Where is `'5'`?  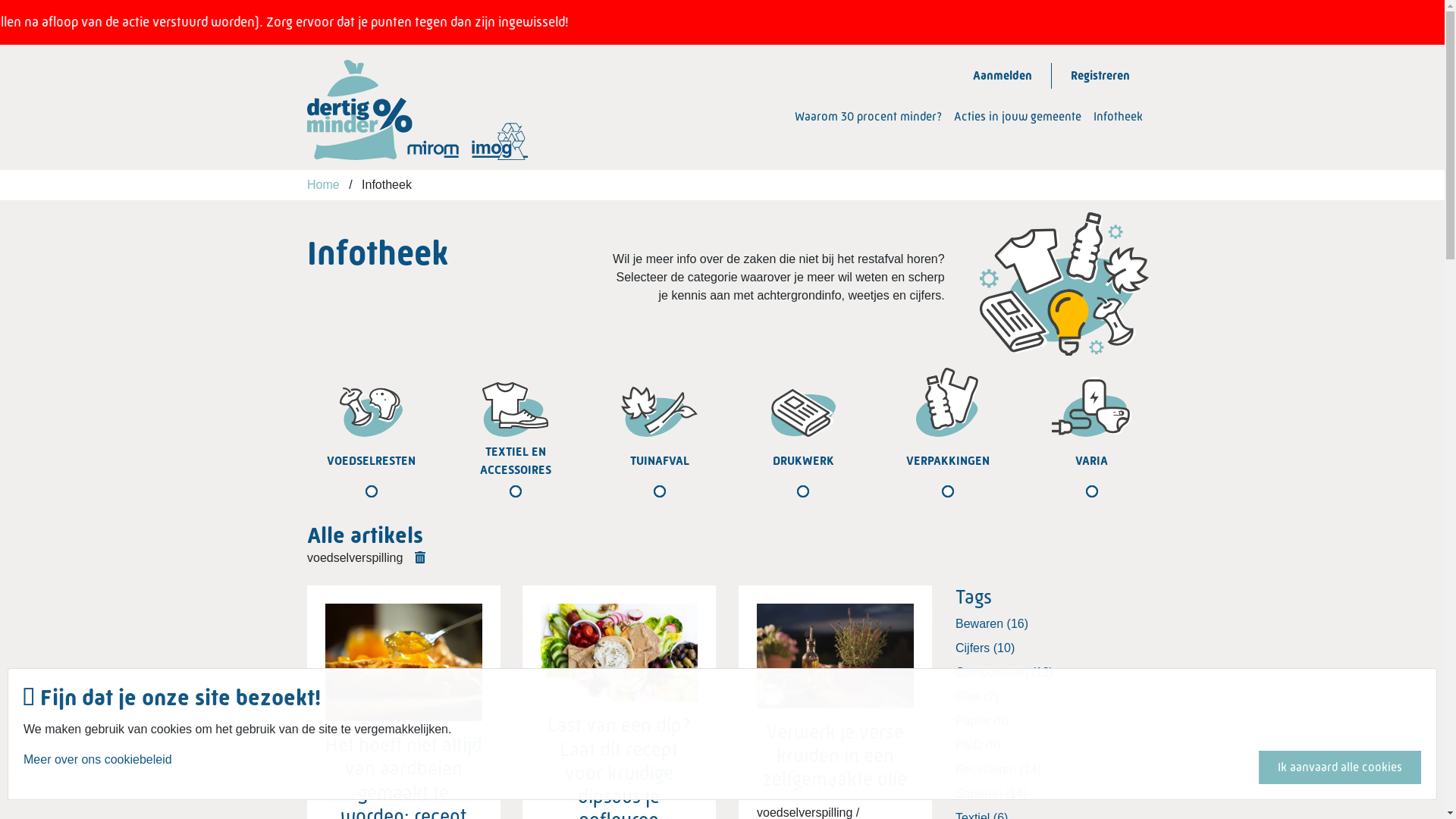
'5' is located at coordinates (877, 476).